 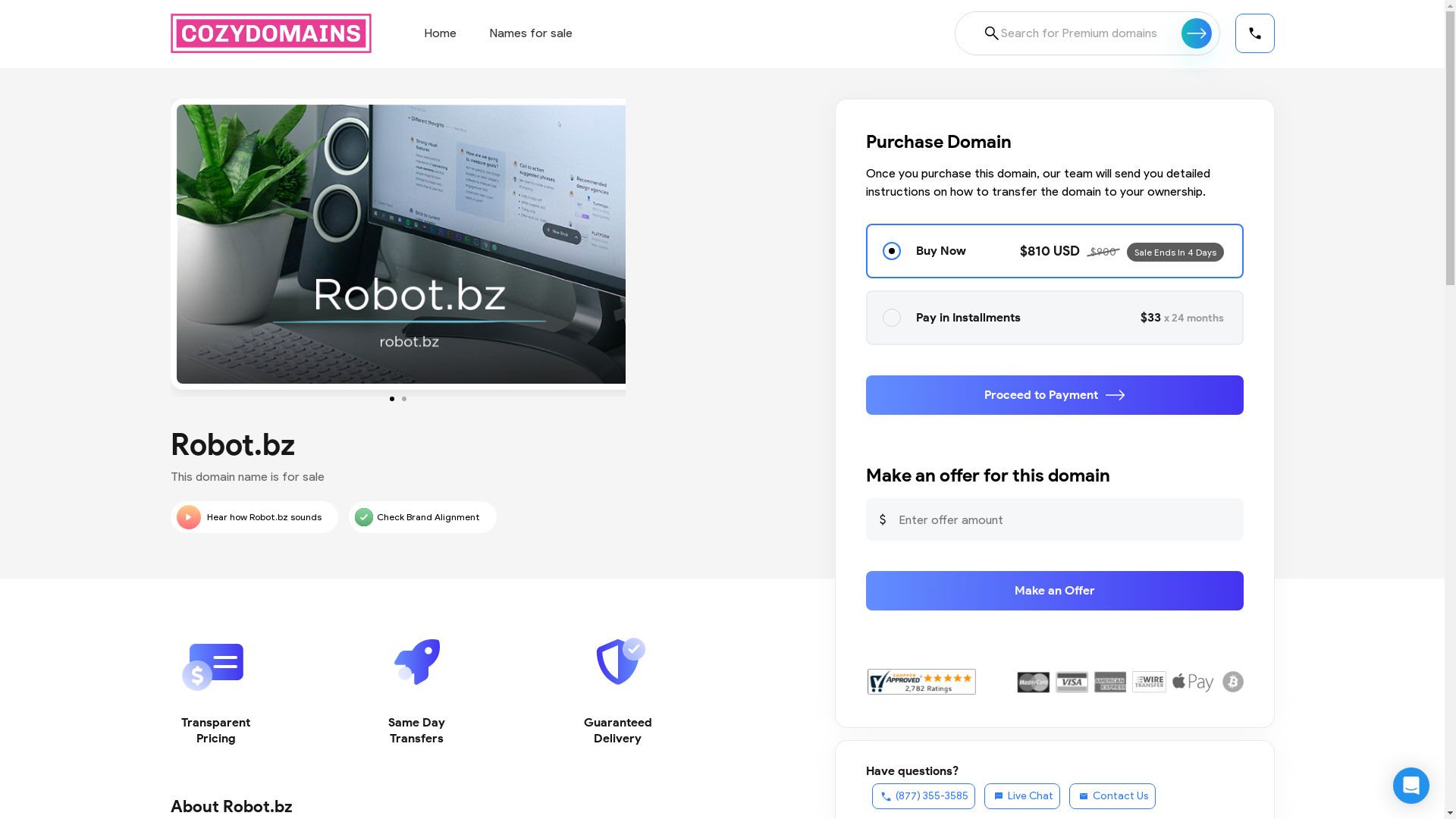 I want to click on 'Live Chat', so click(x=984, y=795).